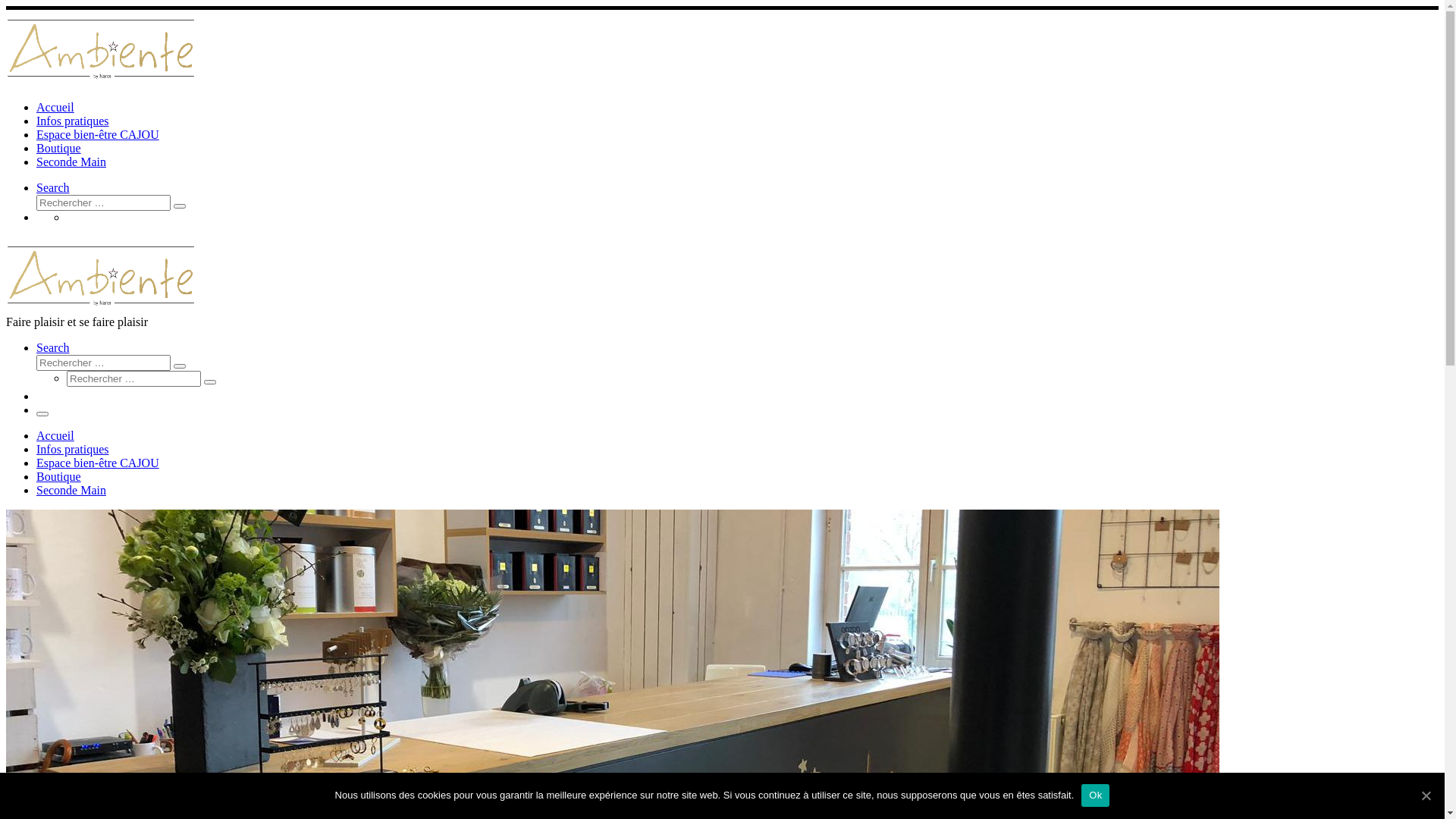  Describe the element at coordinates (36, 490) in the screenshot. I see `'Seconde Main'` at that location.